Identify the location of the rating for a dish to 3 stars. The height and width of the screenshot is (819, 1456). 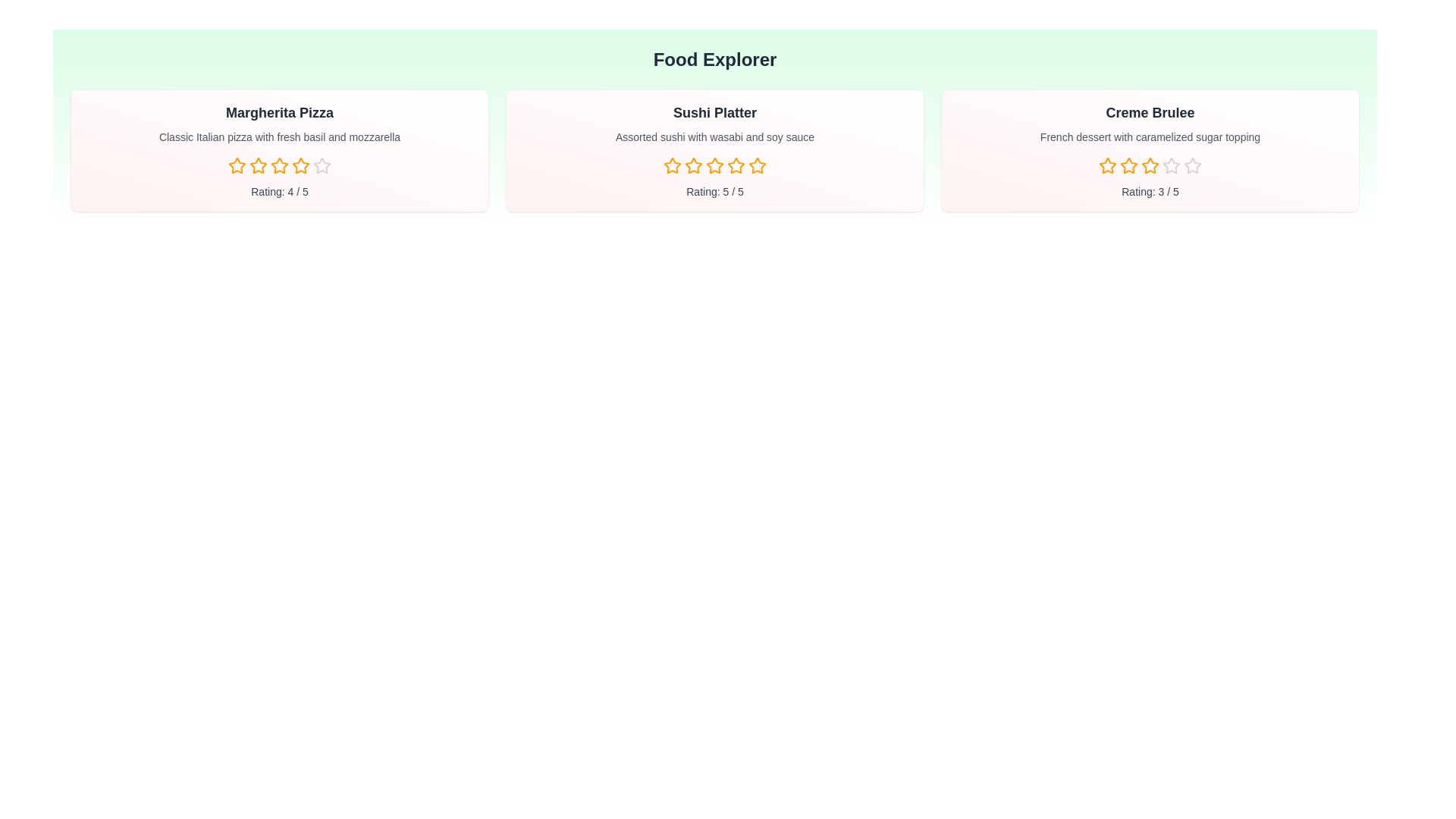
(280, 166).